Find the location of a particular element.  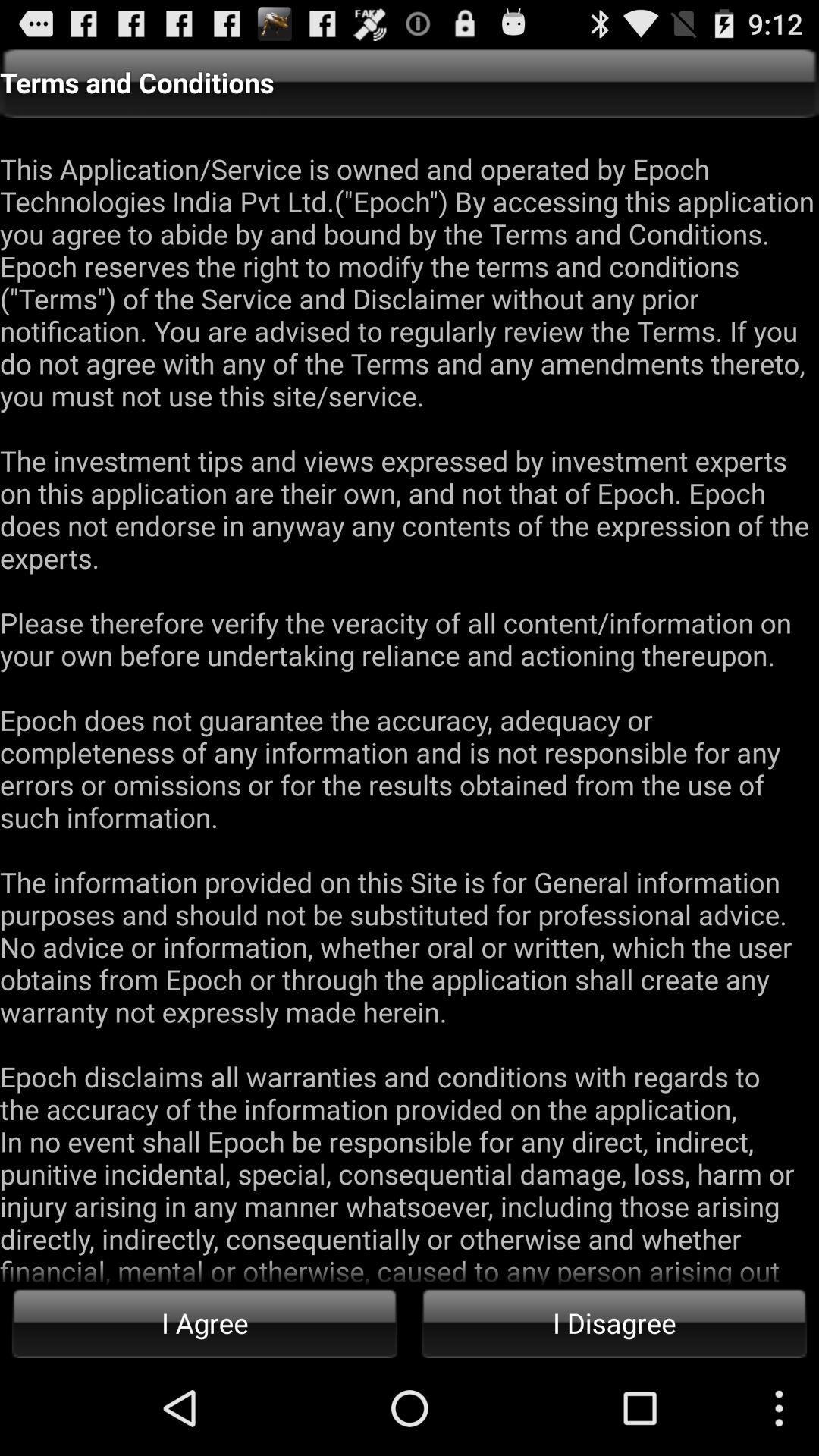

the item next to  i agree is located at coordinates (614, 1322).